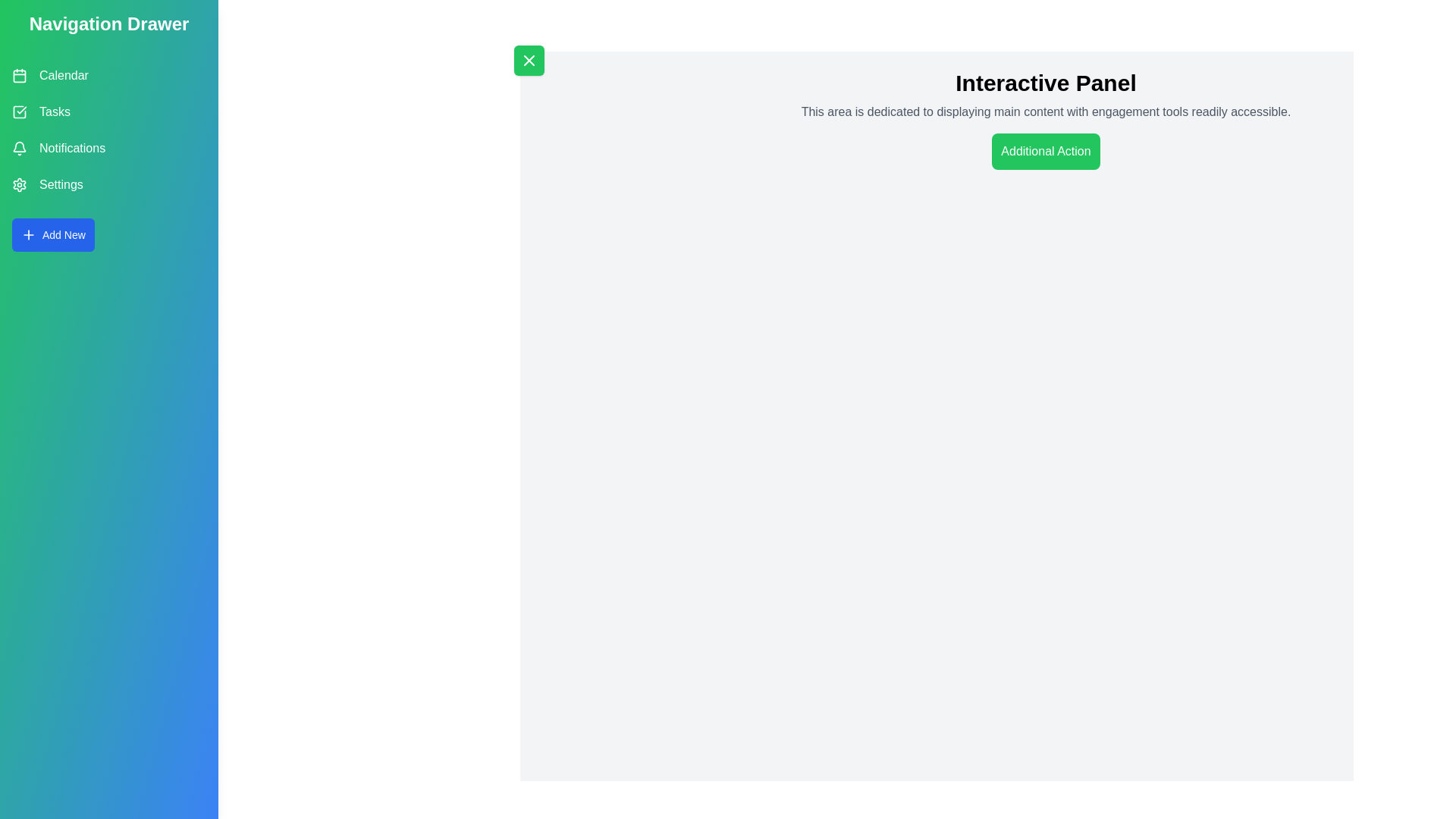 This screenshot has width=1456, height=819. Describe the element at coordinates (29, 234) in the screenshot. I see `the 'Add New' icon located in the left navigation drawer` at that location.